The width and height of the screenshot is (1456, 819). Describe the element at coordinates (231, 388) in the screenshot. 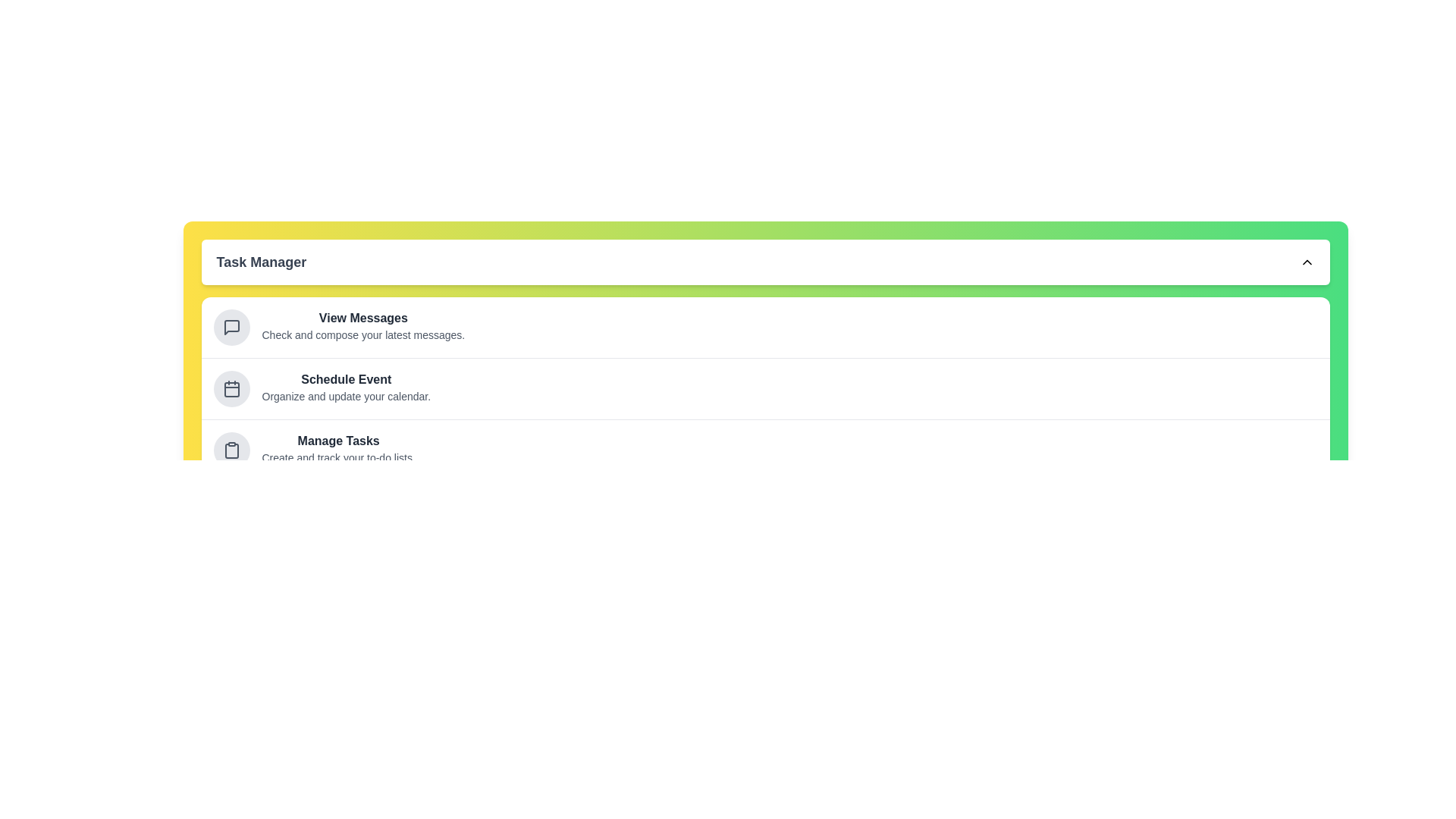

I see `the task item Schedule Event from the list` at that location.